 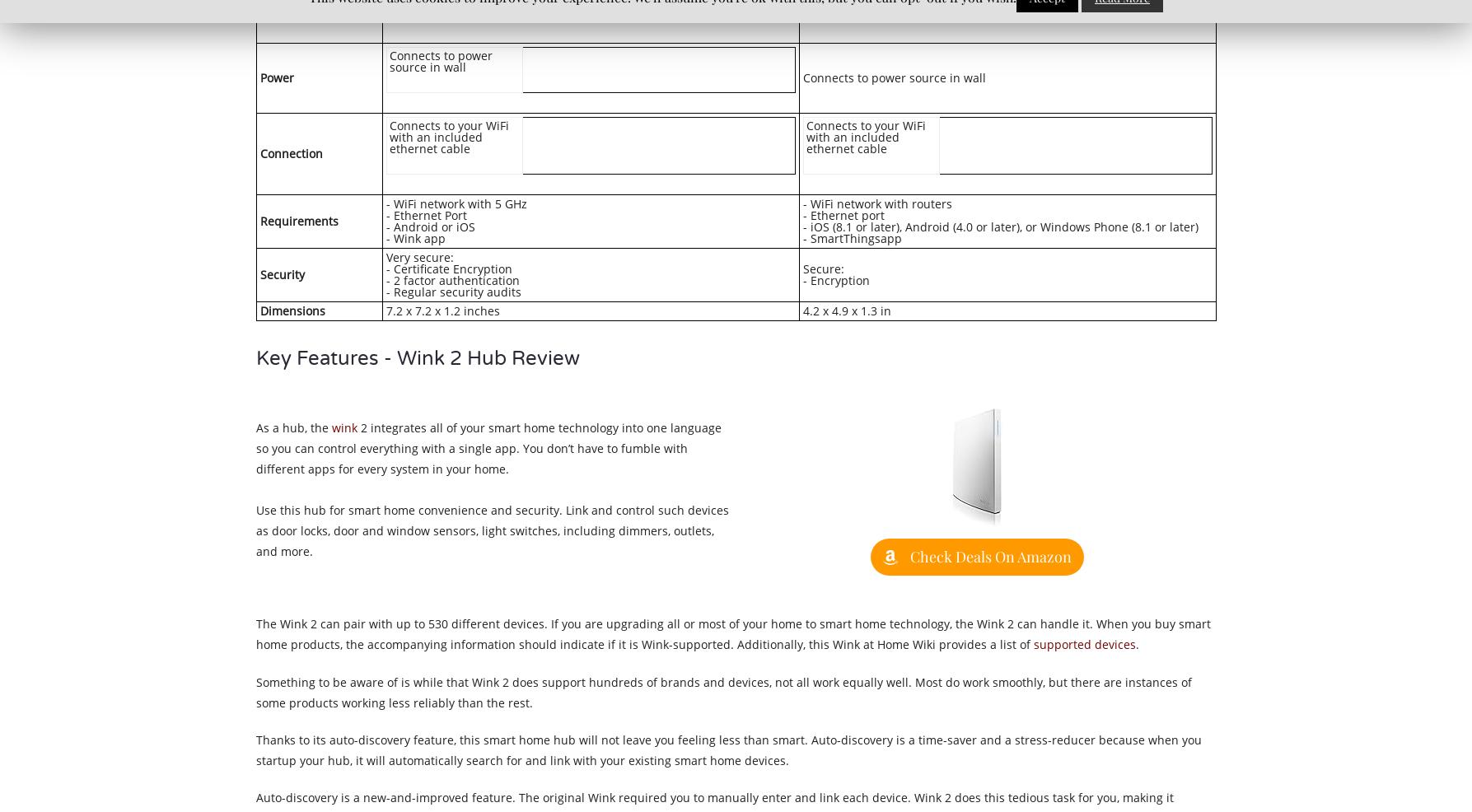 I want to click on 'Connection', so click(x=259, y=152).